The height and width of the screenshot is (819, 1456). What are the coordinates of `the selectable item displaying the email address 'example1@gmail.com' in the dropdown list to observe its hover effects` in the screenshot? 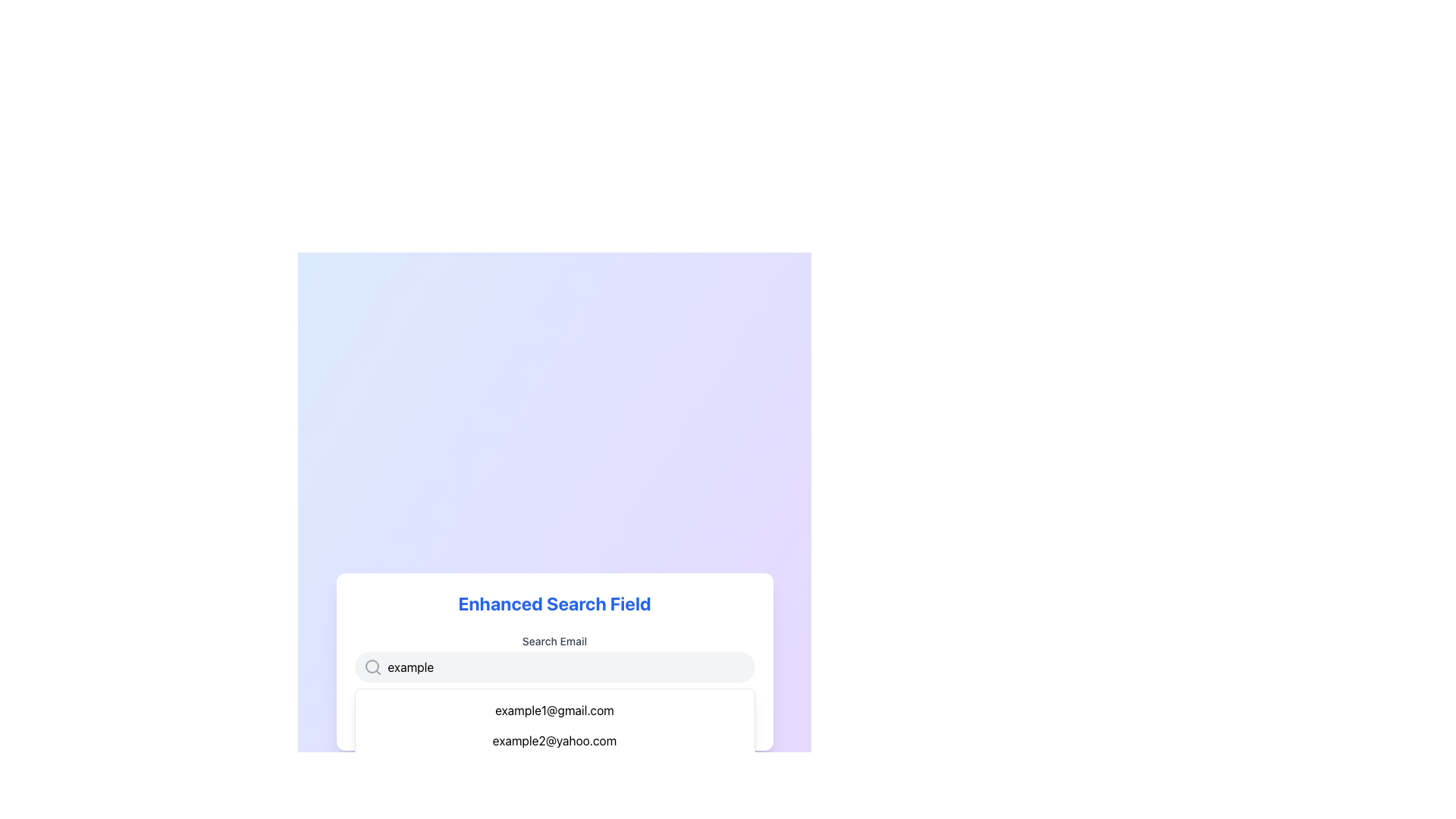 It's located at (554, 711).